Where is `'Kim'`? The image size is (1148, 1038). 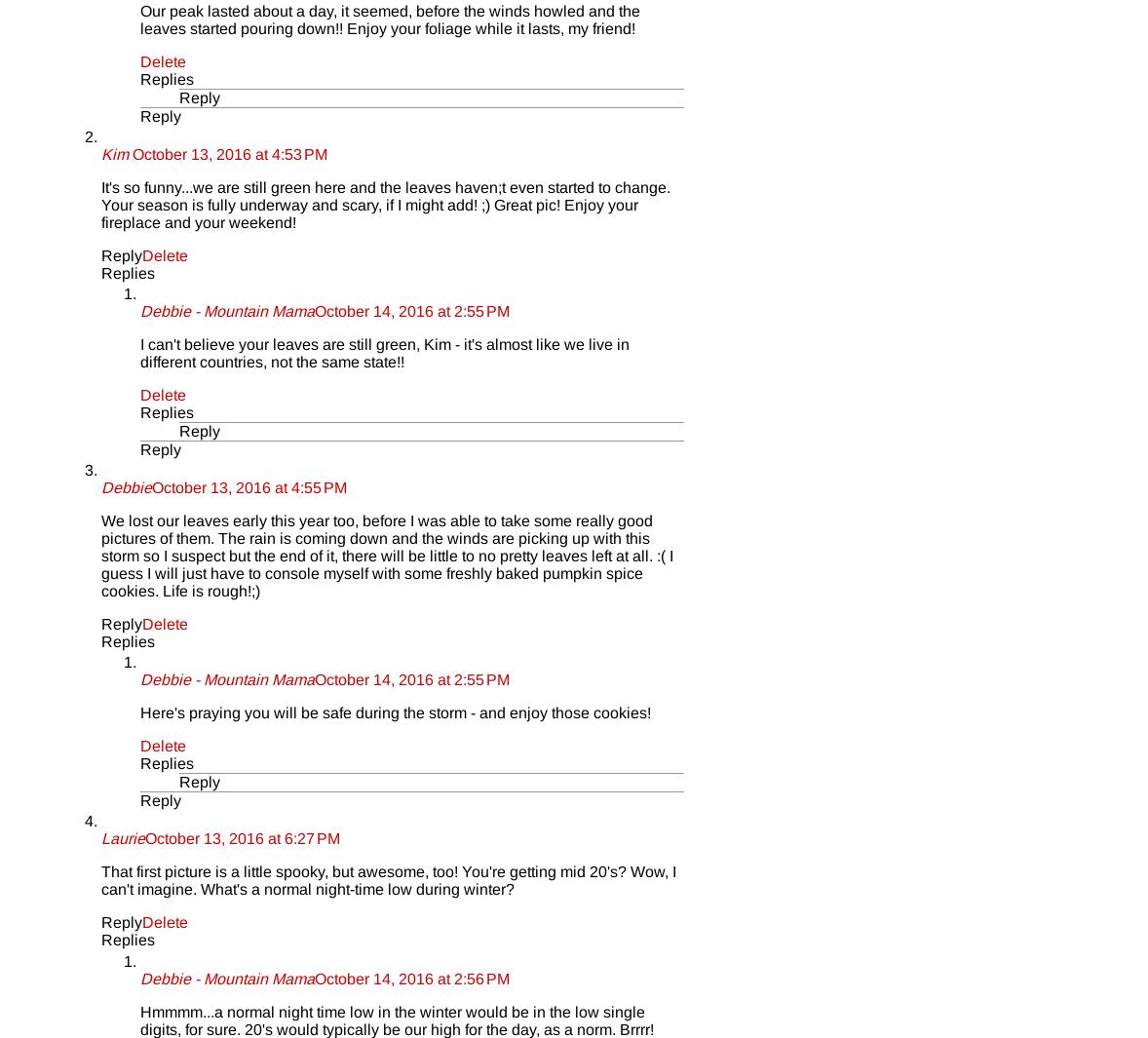 'Kim' is located at coordinates (100, 152).